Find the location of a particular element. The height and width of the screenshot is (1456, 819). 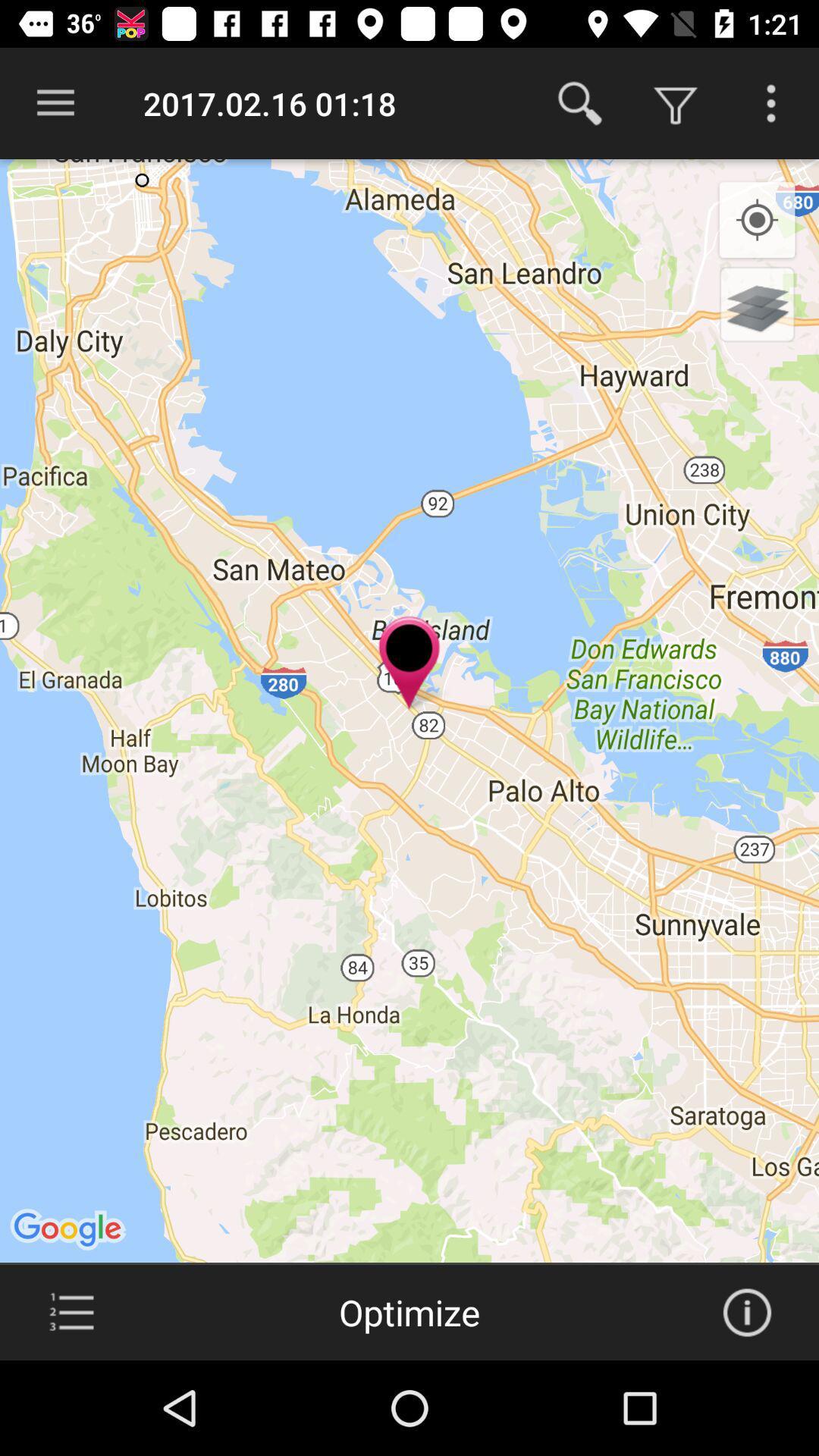

switch to 3d view is located at coordinates (757, 303).